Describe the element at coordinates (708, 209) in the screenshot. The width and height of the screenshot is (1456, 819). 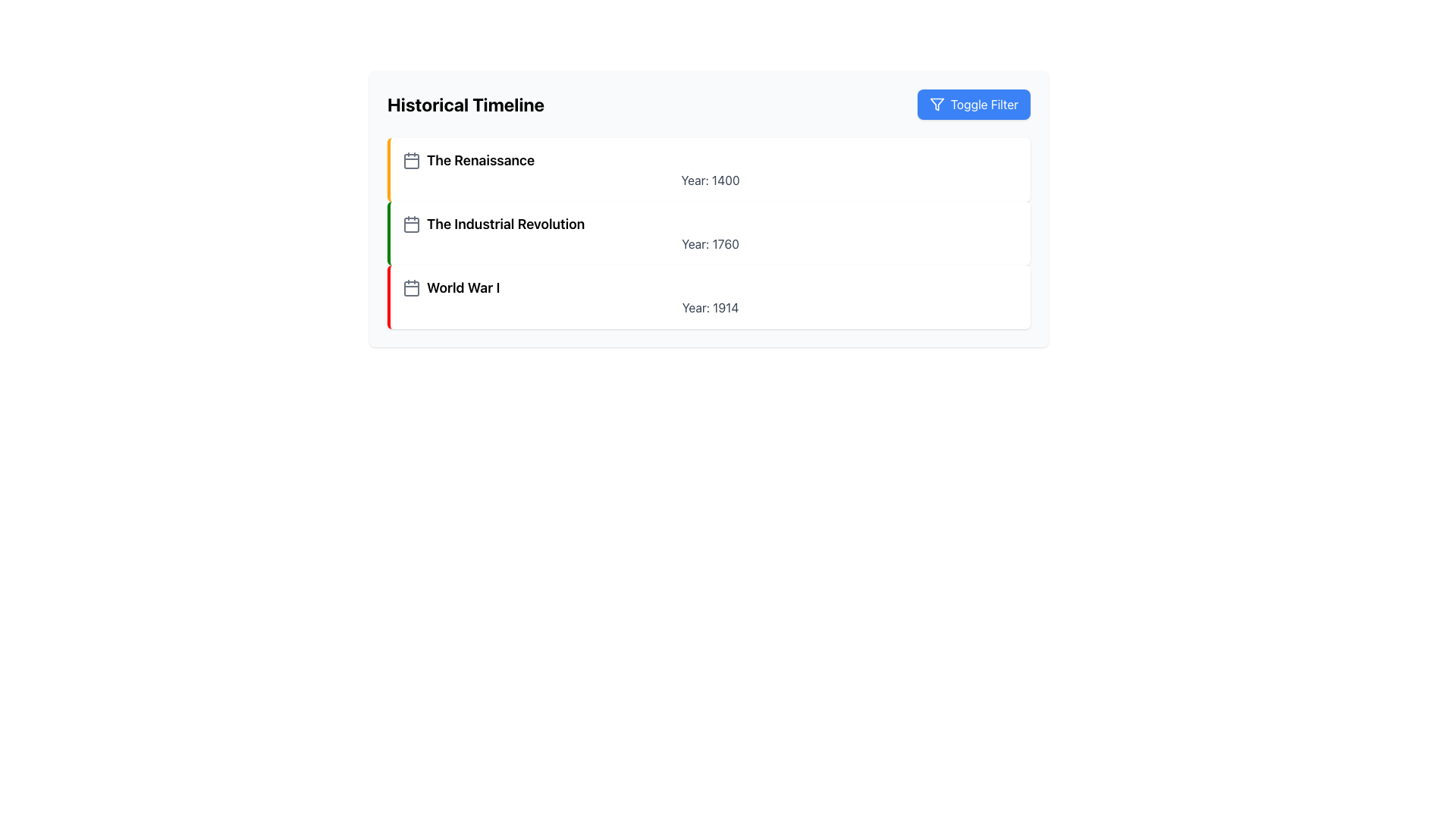
I see `the structured content box displaying 'The Industrial Revolution' event` at that location.